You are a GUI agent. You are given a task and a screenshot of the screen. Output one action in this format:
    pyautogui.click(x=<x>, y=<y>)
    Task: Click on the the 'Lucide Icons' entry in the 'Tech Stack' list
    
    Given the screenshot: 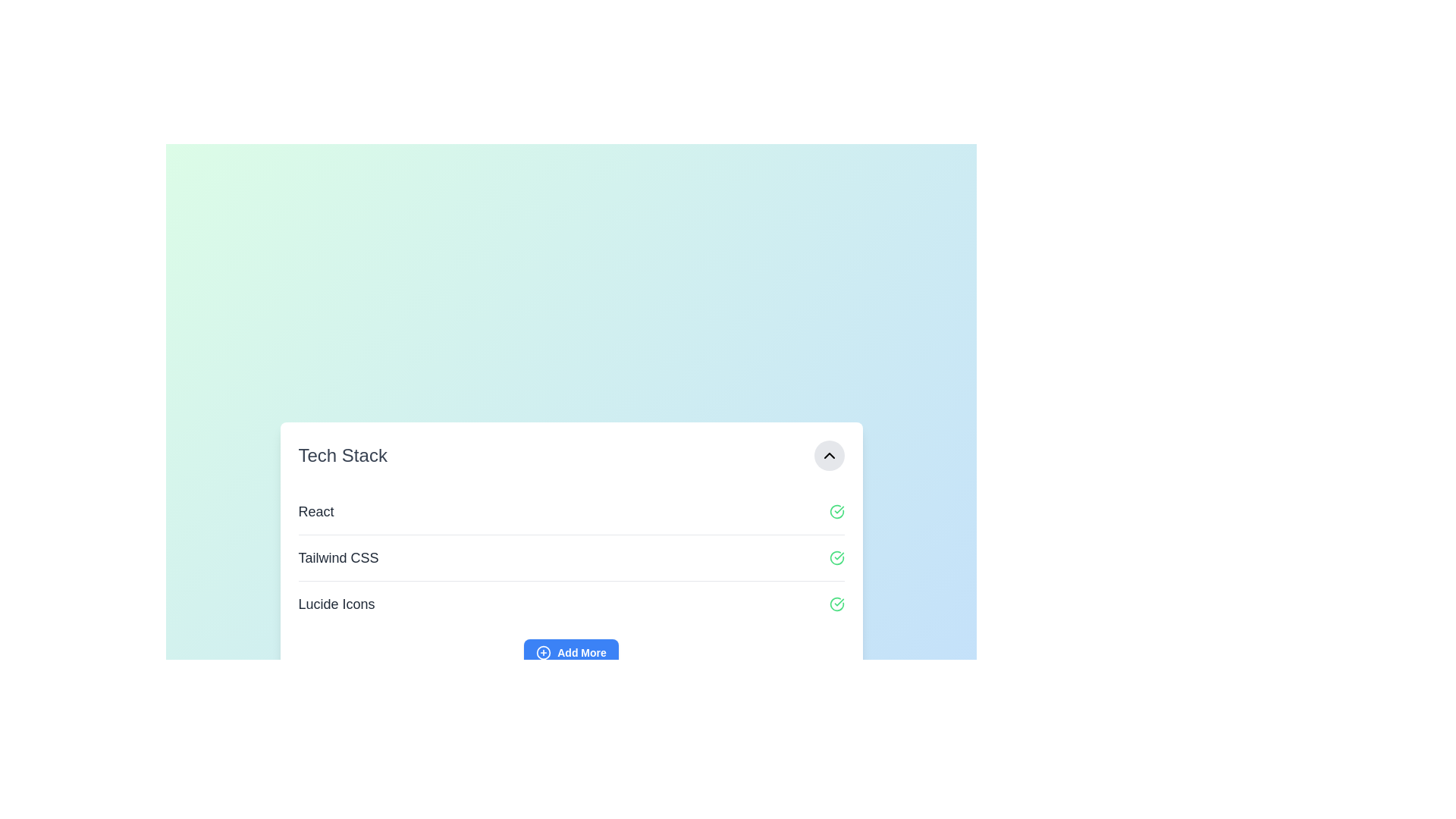 What is the action you would take?
    pyautogui.click(x=570, y=603)
    